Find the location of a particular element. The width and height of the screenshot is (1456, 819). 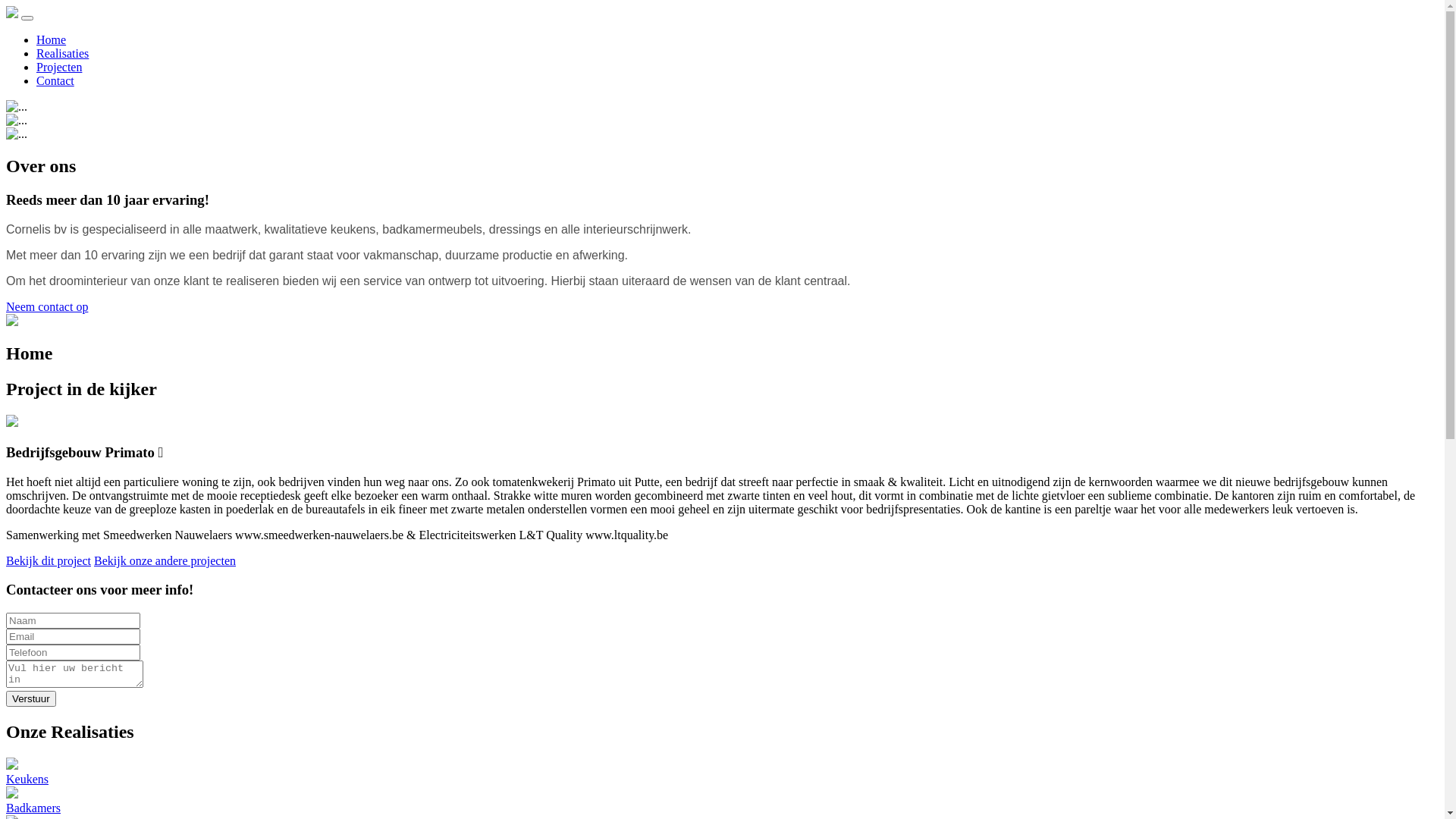

'Keukens' is located at coordinates (721, 772).